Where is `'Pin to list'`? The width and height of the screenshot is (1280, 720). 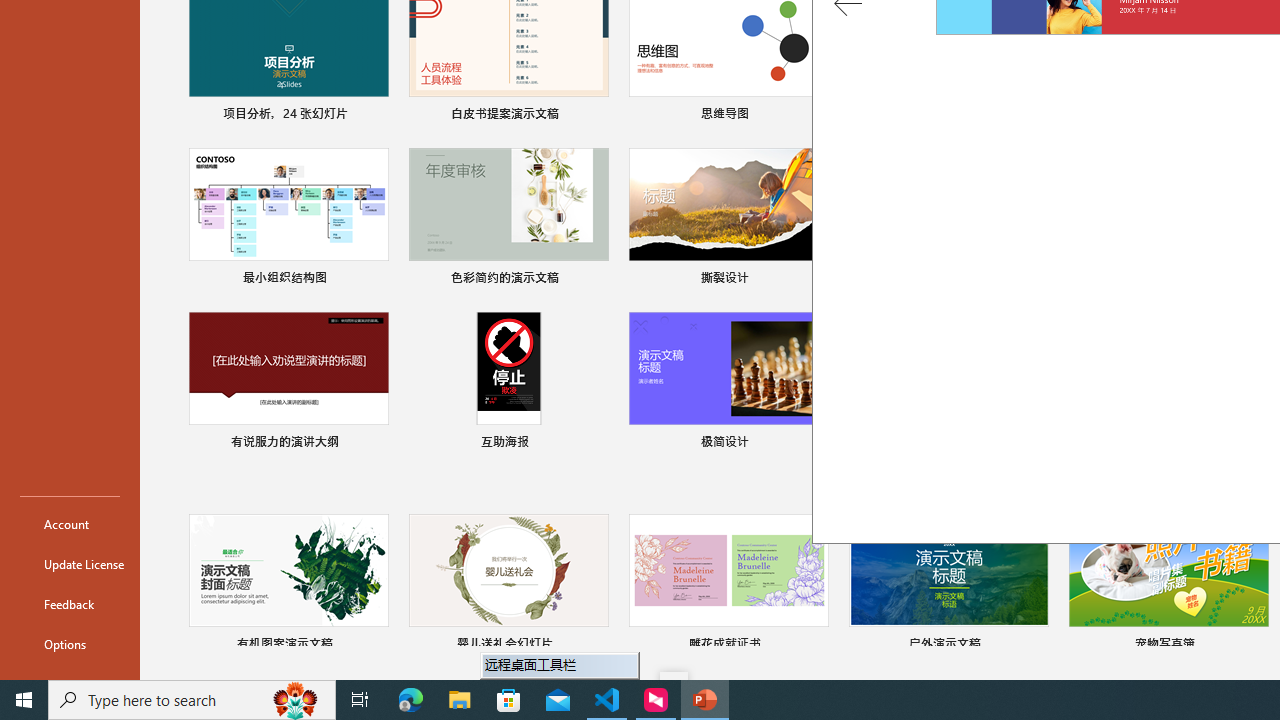
'Pin to list' is located at coordinates (1254, 645).